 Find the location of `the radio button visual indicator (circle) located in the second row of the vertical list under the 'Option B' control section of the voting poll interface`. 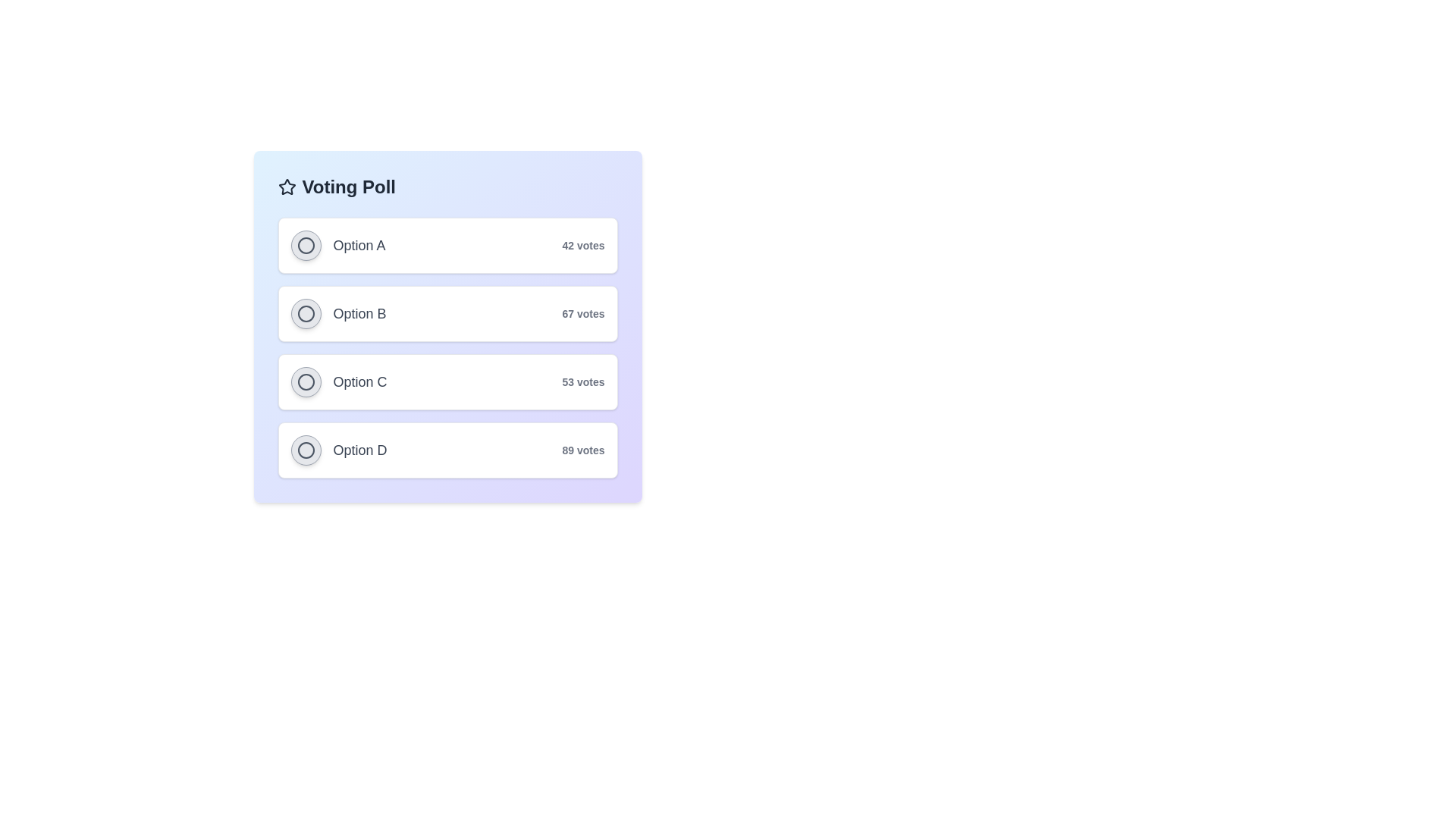

the radio button visual indicator (circle) located in the second row of the vertical list under the 'Option B' control section of the voting poll interface is located at coordinates (305, 312).